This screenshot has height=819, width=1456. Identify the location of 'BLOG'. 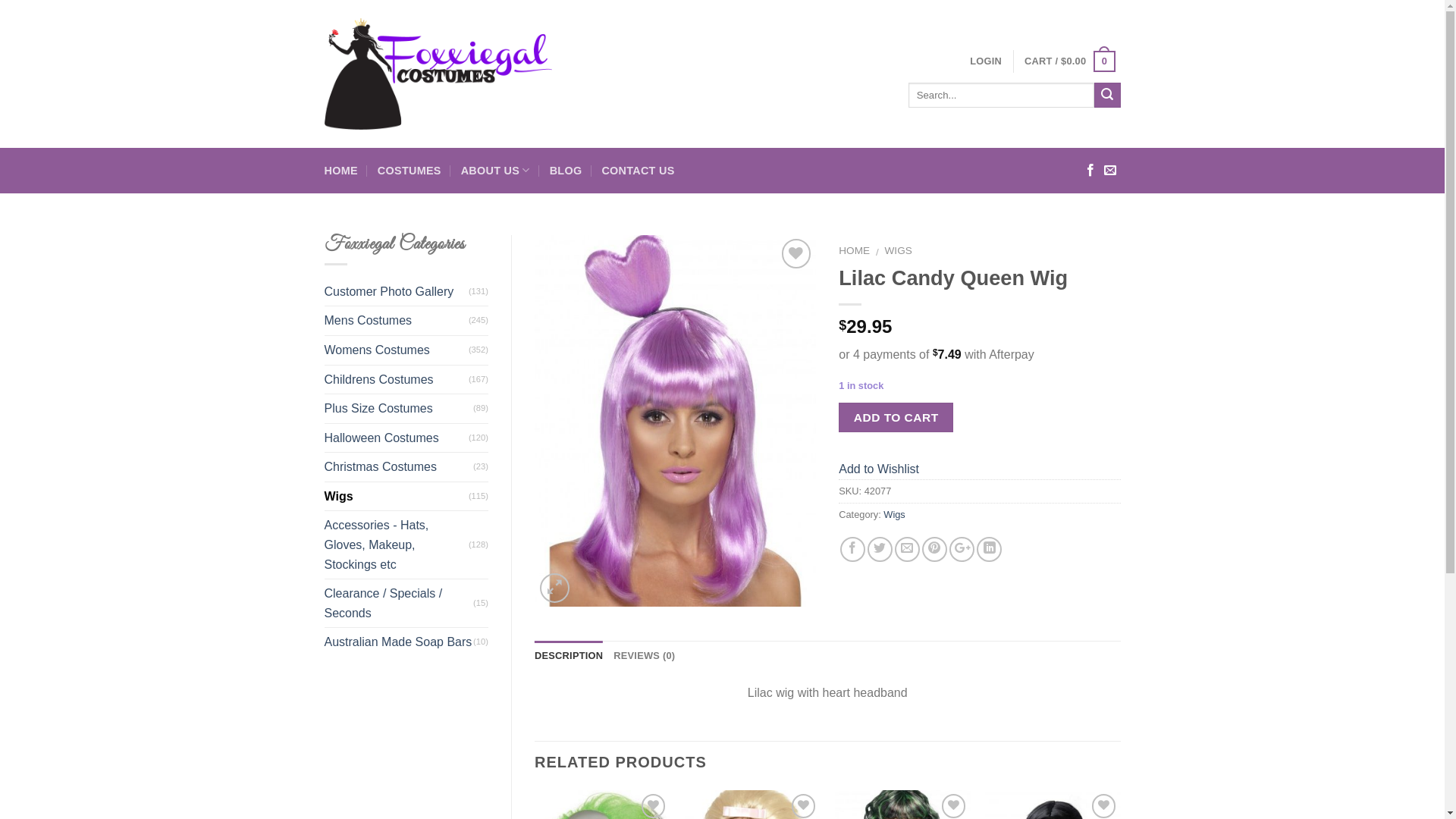
(565, 170).